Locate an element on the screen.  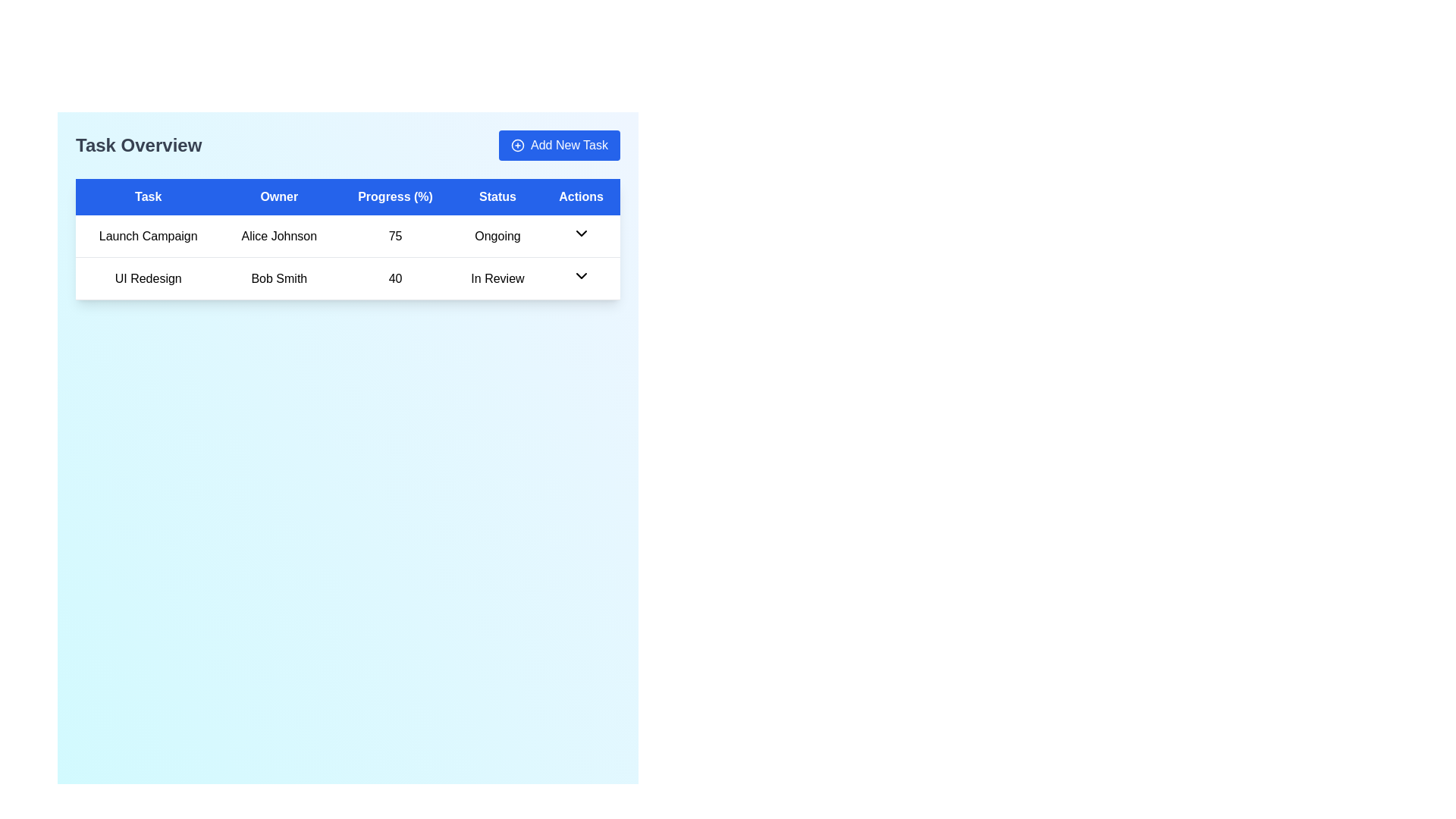
text from the 'Progress (%)' label in the table, which indicates the percentage value related to the task 'UI Redesign' is located at coordinates (395, 278).